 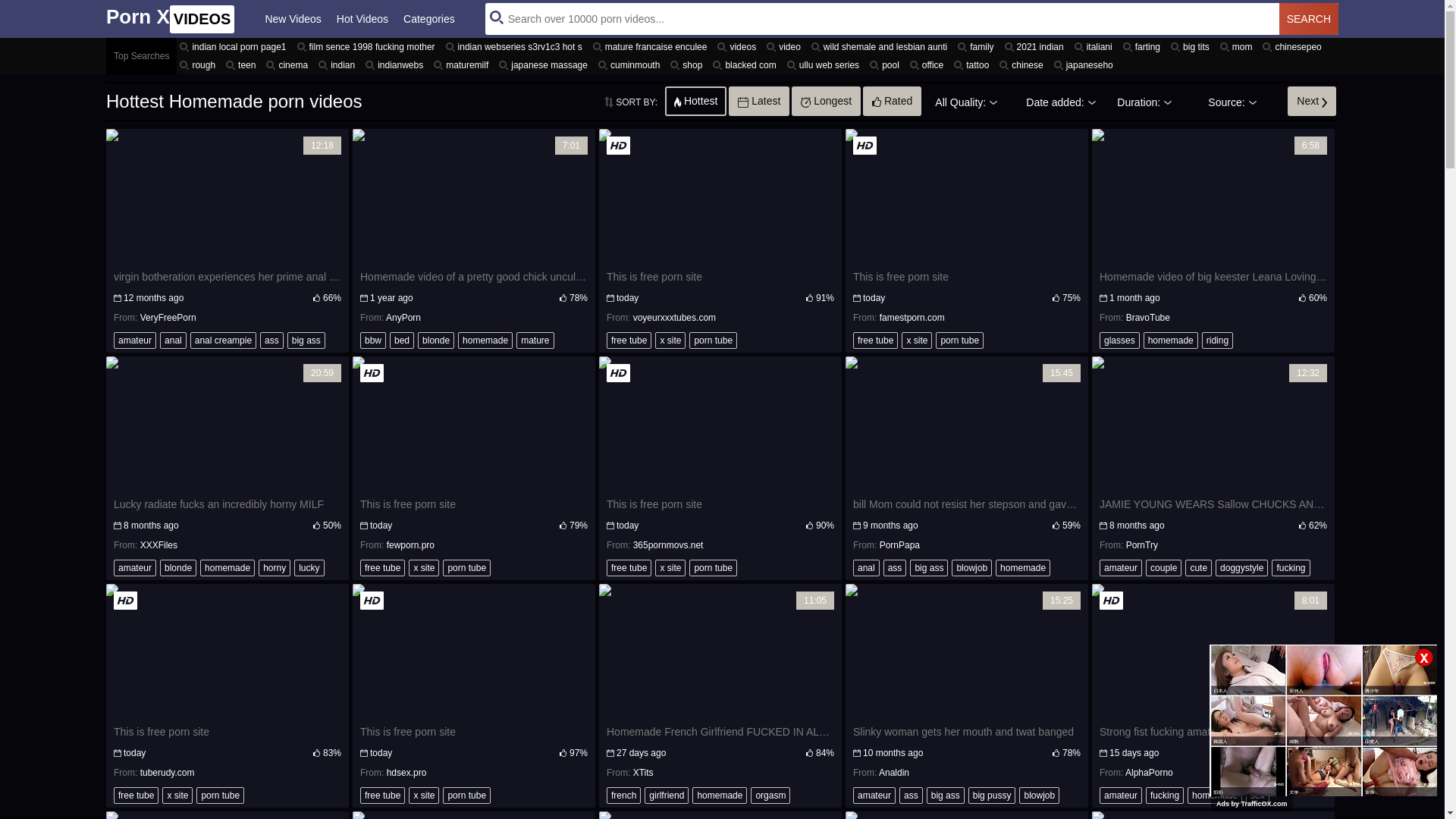 What do you see at coordinates (410, 544) in the screenshot?
I see `'fewporn.pro'` at bounding box center [410, 544].